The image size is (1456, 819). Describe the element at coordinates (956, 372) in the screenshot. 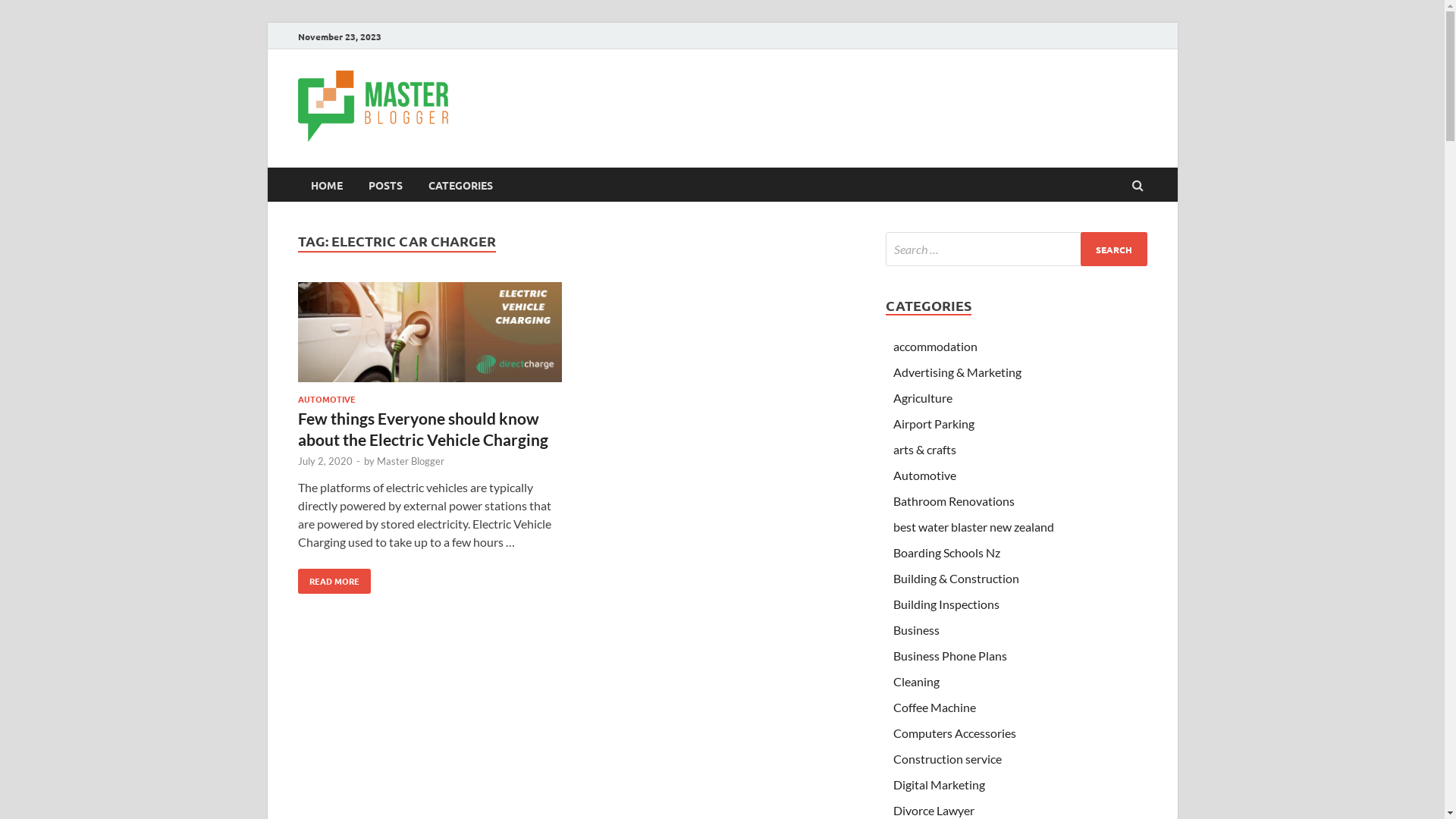

I see `'Advertising & Marketing'` at that location.